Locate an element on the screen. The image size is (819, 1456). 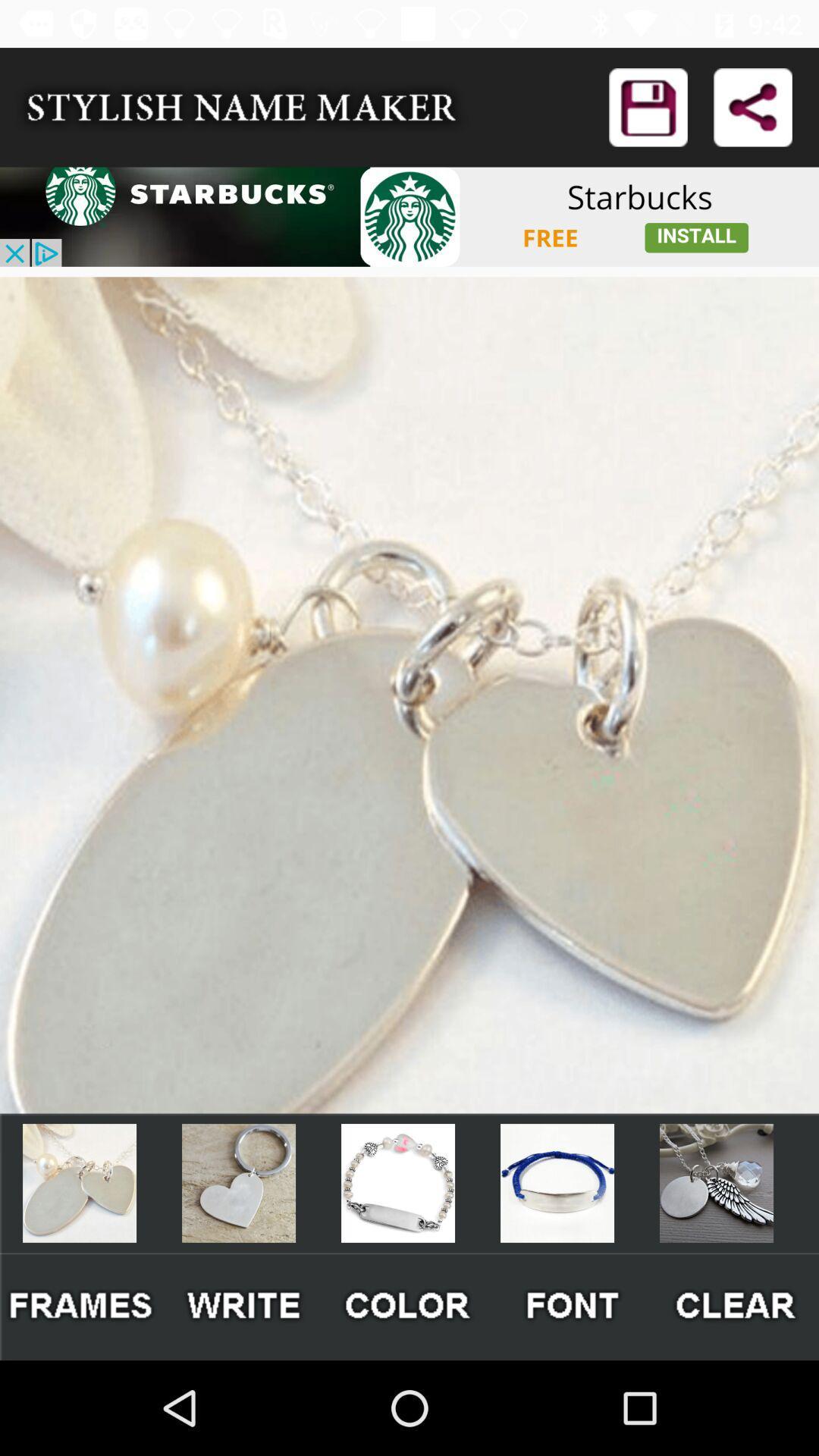
starbucks website is located at coordinates (409, 216).